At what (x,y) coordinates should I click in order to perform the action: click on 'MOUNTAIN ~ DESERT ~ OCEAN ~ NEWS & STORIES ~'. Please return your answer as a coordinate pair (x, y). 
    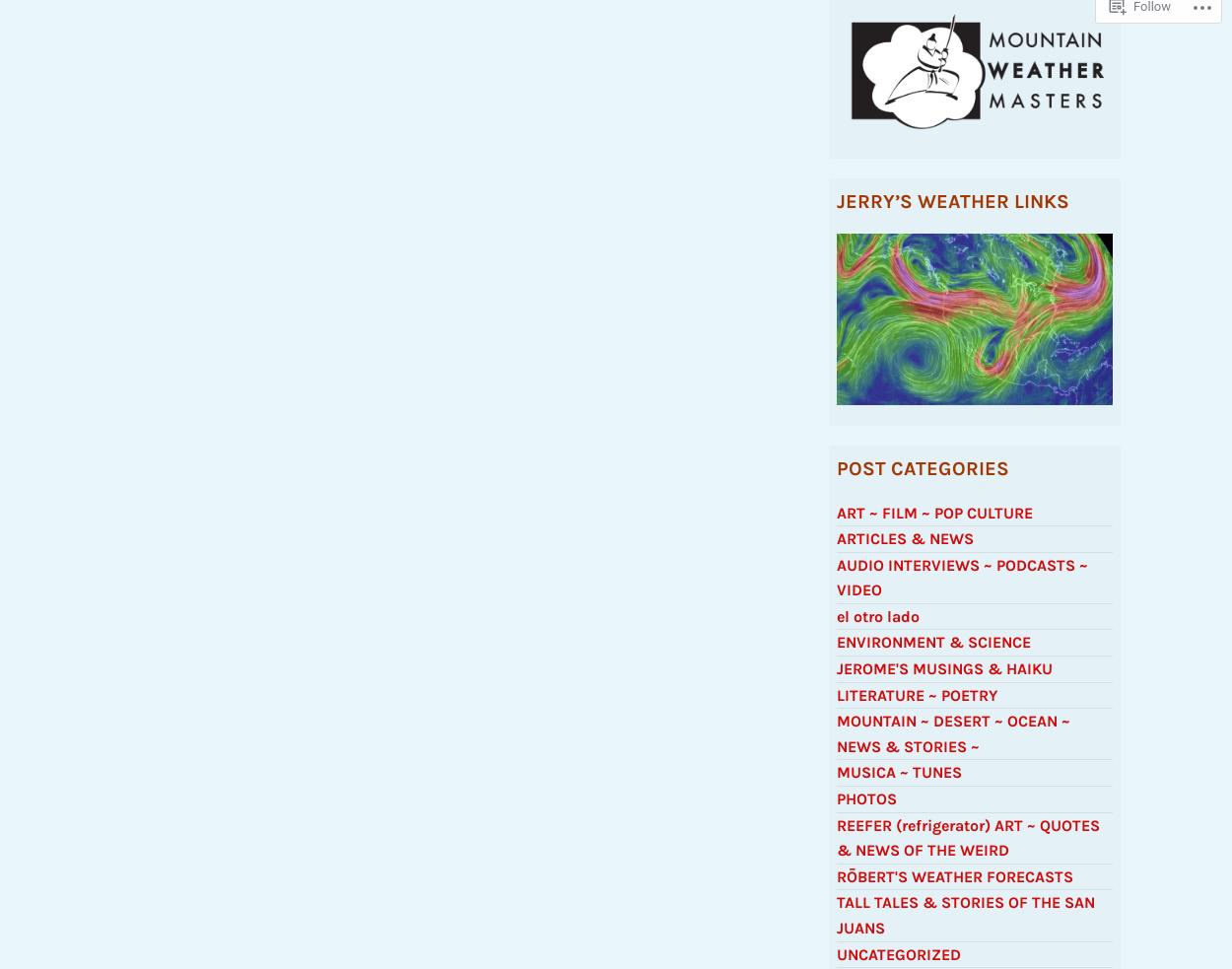
    Looking at the image, I should click on (952, 741).